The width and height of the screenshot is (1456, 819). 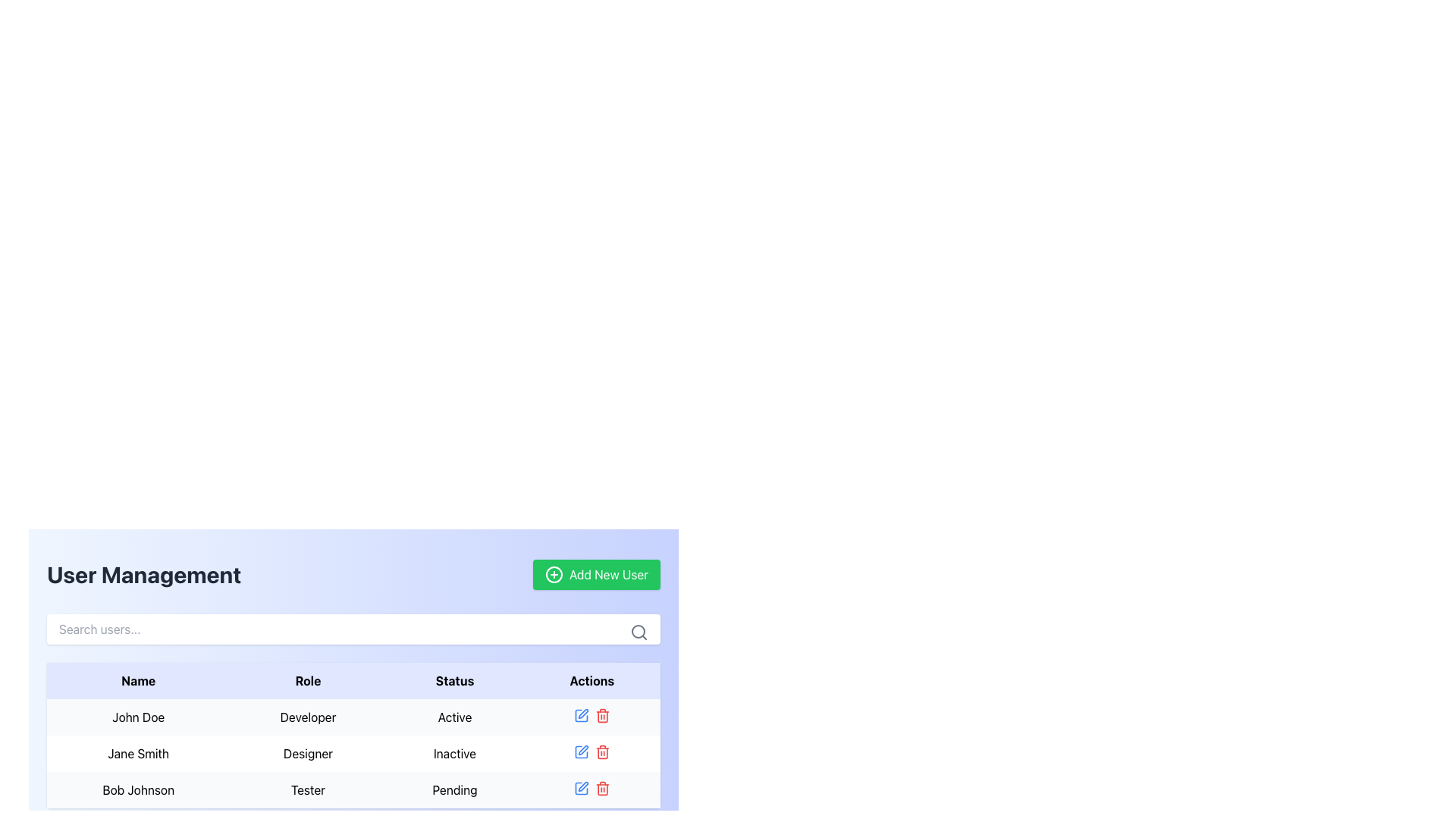 I want to click on the red trash can icon button in the Actions column associated with Bob Johnson's details, so click(x=601, y=788).